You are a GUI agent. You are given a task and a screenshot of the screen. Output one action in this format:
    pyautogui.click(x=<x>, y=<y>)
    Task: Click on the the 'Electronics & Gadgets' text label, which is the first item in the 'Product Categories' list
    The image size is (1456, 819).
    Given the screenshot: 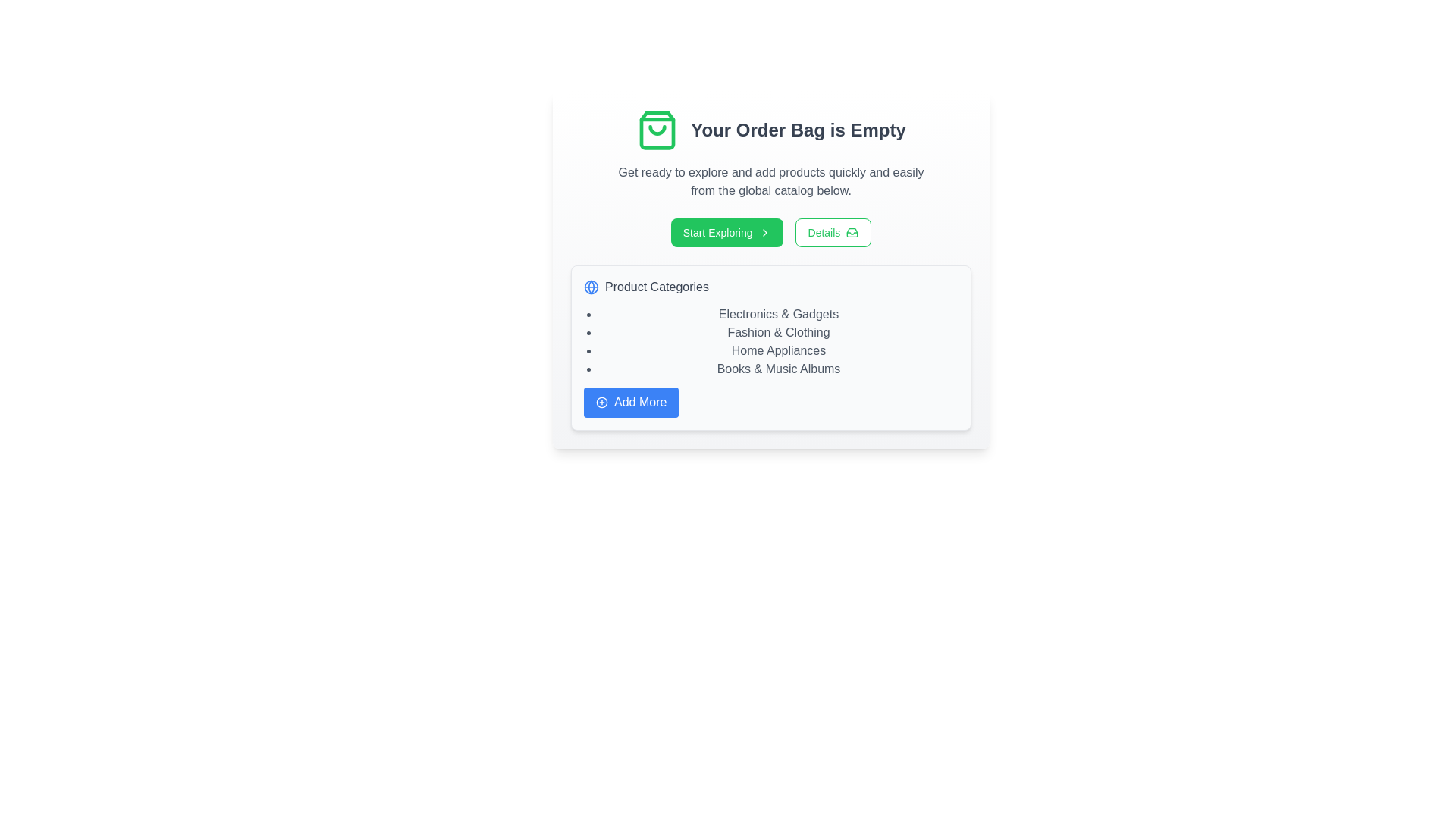 What is the action you would take?
    pyautogui.click(x=779, y=314)
    